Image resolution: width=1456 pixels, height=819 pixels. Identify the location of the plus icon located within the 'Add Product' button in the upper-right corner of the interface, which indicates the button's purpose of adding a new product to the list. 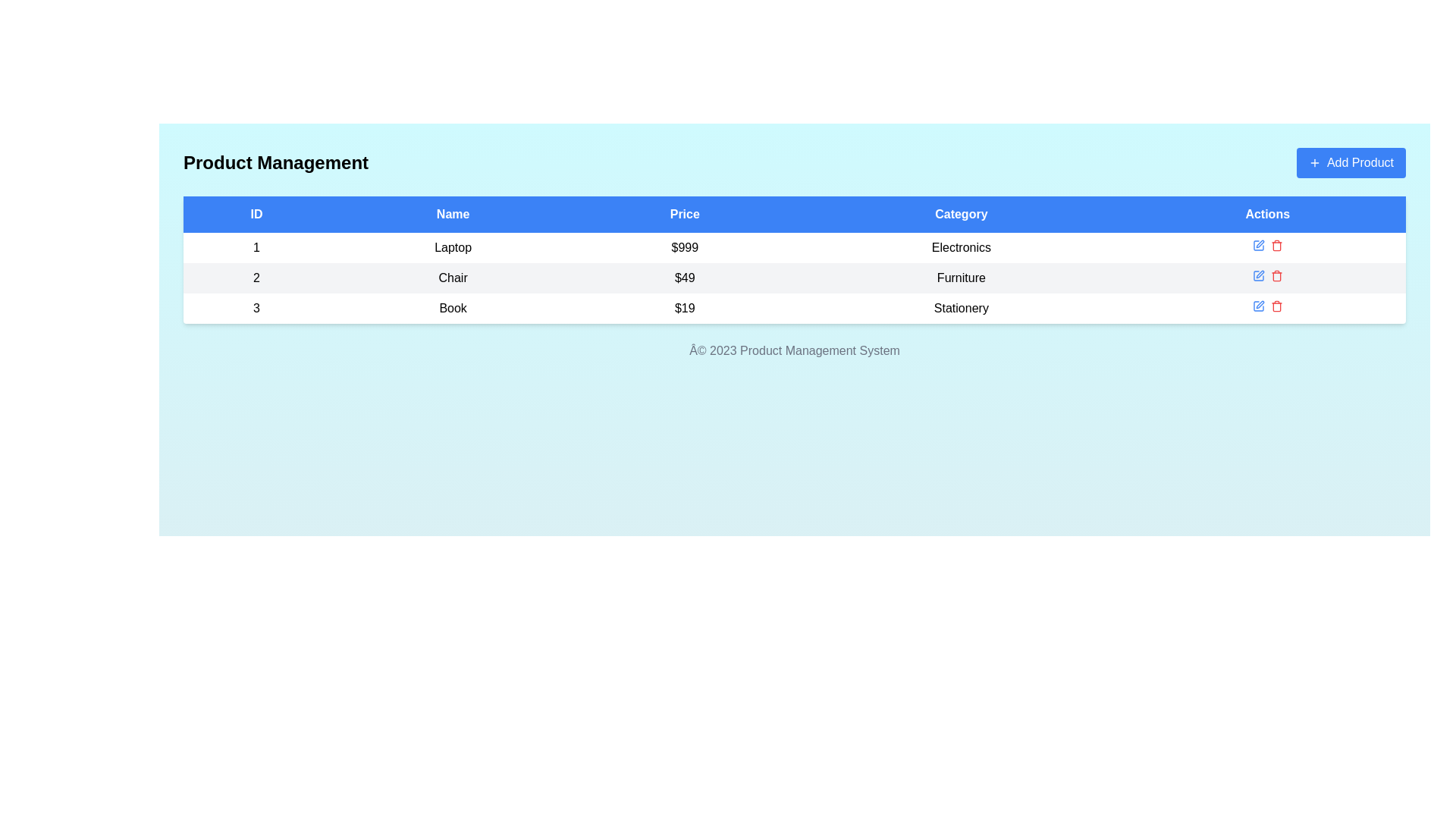
(1313, 163).